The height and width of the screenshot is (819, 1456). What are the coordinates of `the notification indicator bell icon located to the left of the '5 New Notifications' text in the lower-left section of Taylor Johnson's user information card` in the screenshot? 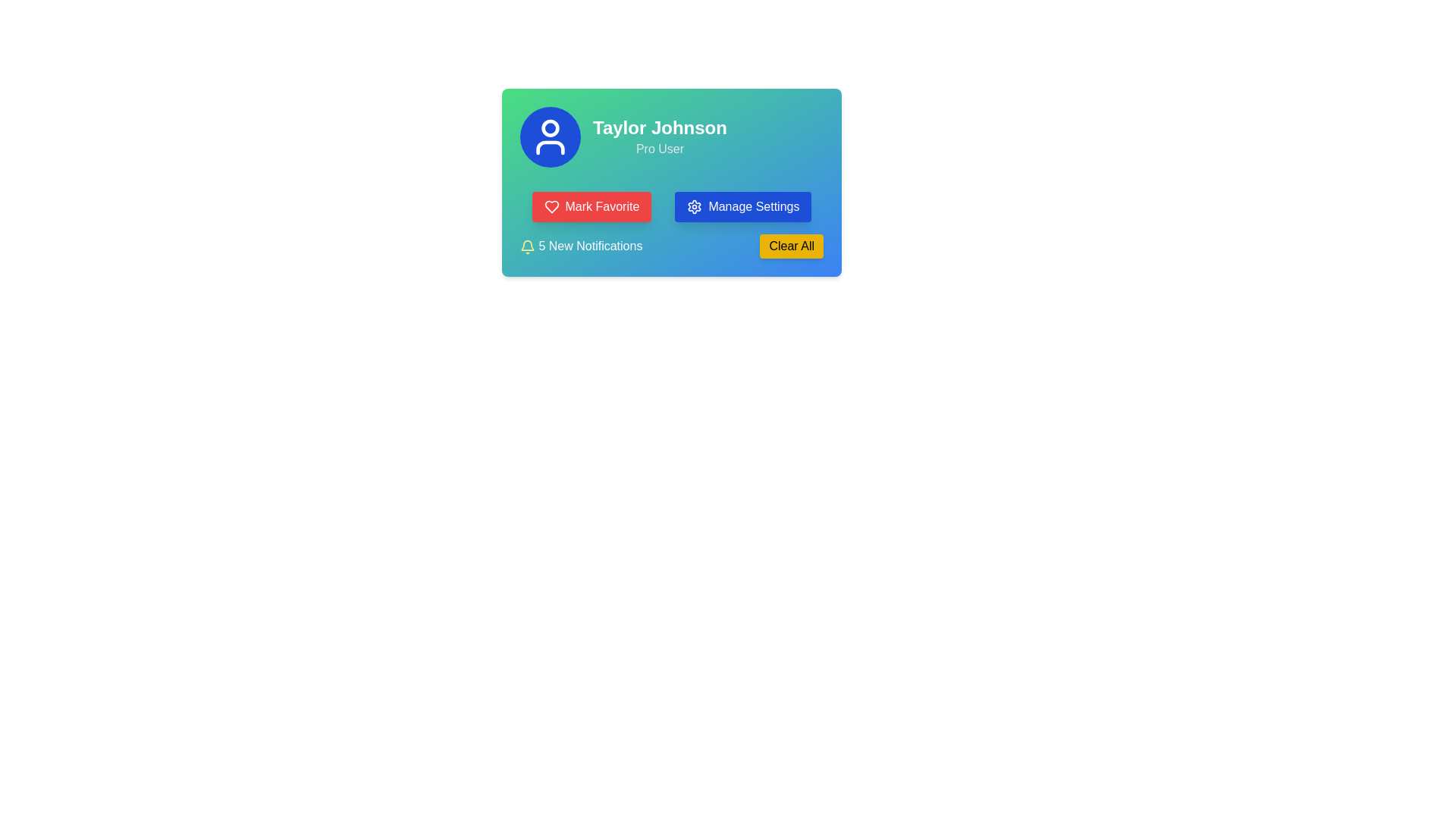 It's located at (528, 245).